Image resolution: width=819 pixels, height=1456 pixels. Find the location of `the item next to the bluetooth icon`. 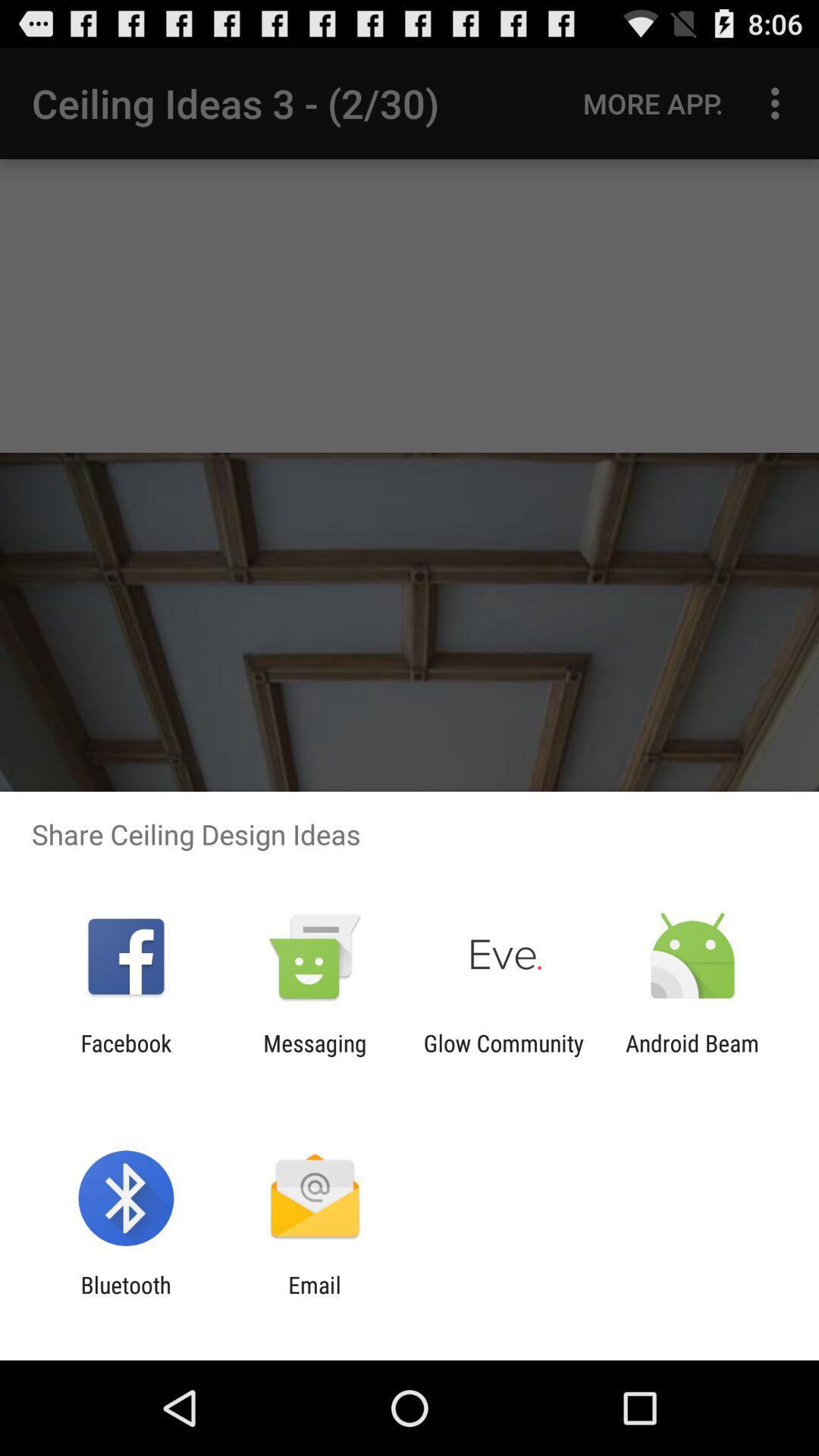

the item next to the bluetooth icon is located at coordinates (314, 1298).